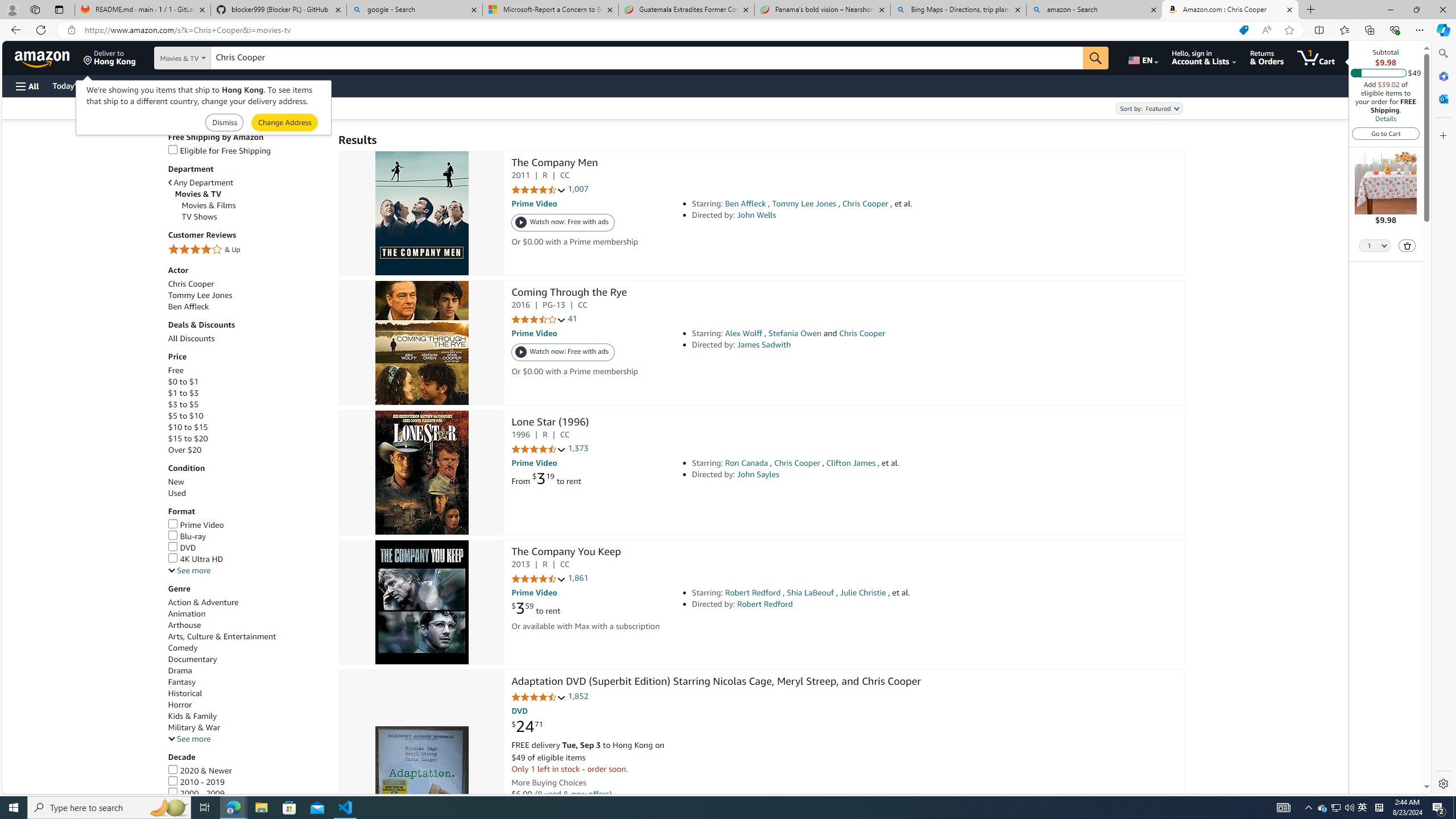  Describe the element at coordinates (1203, 57) in the screenshot. I see `'Hello, sign in Account & Lists'` at that location.